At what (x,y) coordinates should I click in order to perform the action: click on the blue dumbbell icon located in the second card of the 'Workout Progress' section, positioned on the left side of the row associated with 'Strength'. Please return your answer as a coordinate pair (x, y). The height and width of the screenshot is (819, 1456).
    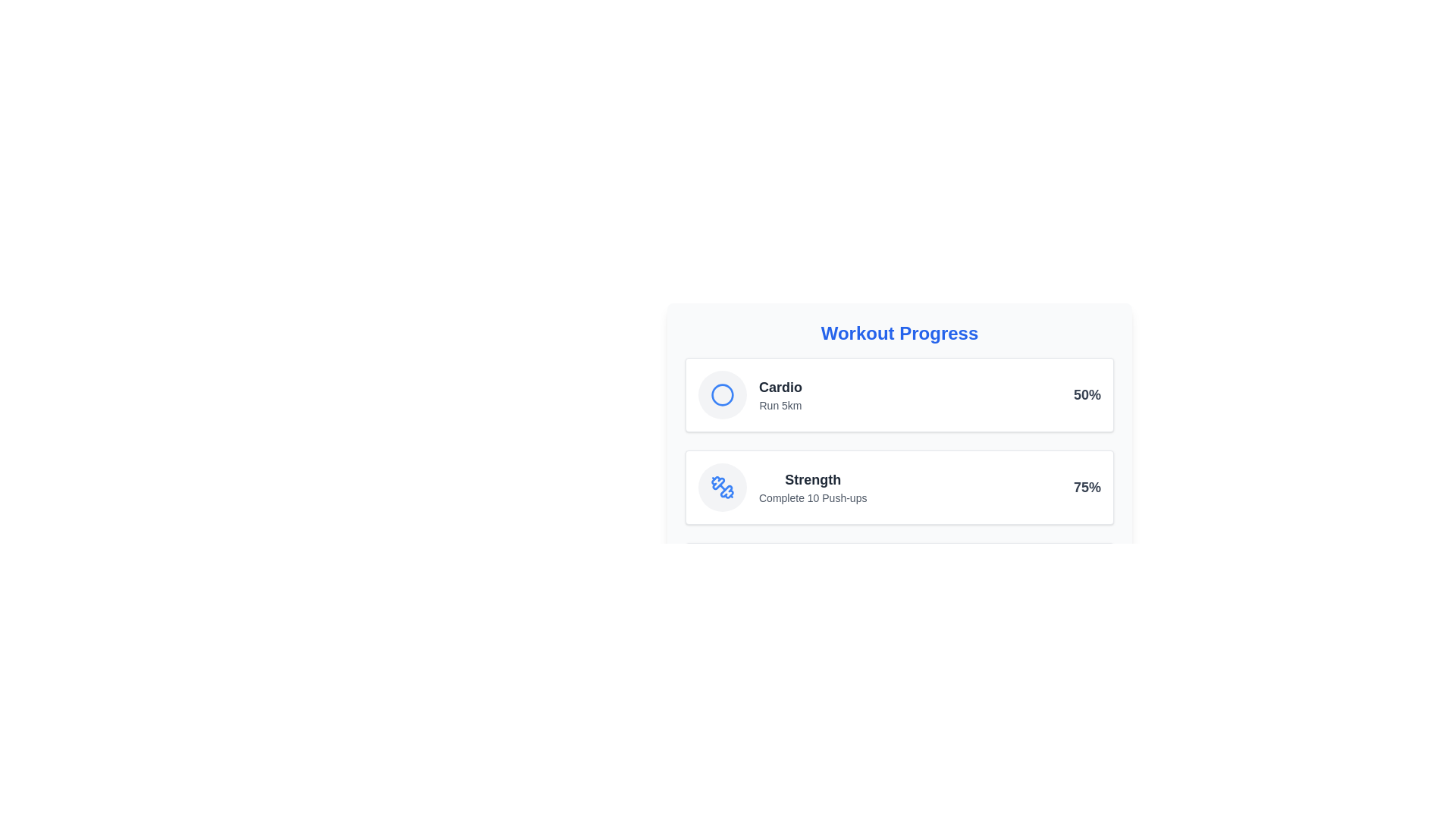
    Looking at the image, I should click on (722, 488).